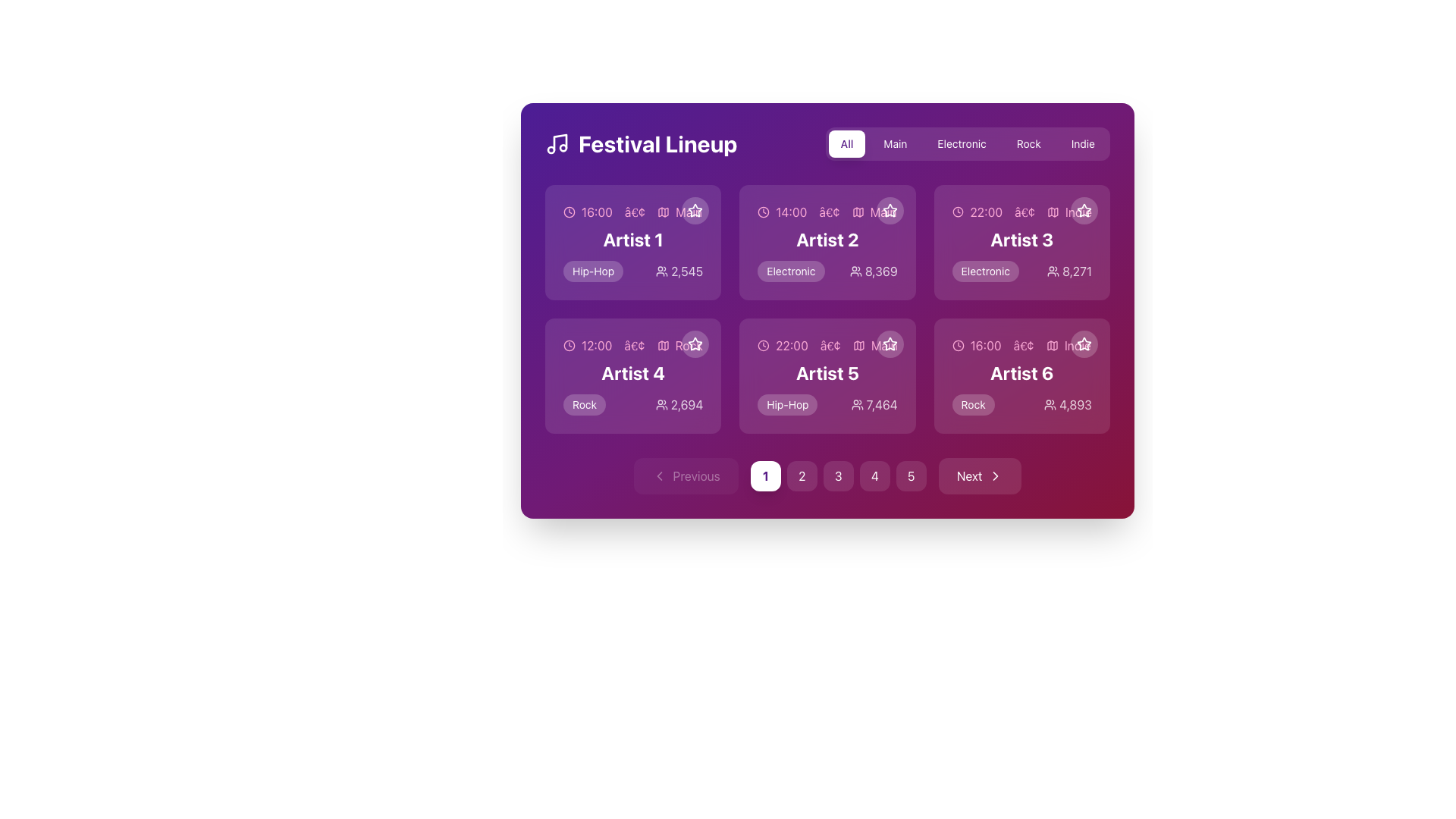  Describe the element at coordinates (584, 403) in the screenshot. I see `the tag element that identifies the music genre for 'Artist 4' in the bottom-left corner of the Festival Lineup interface` at that location.